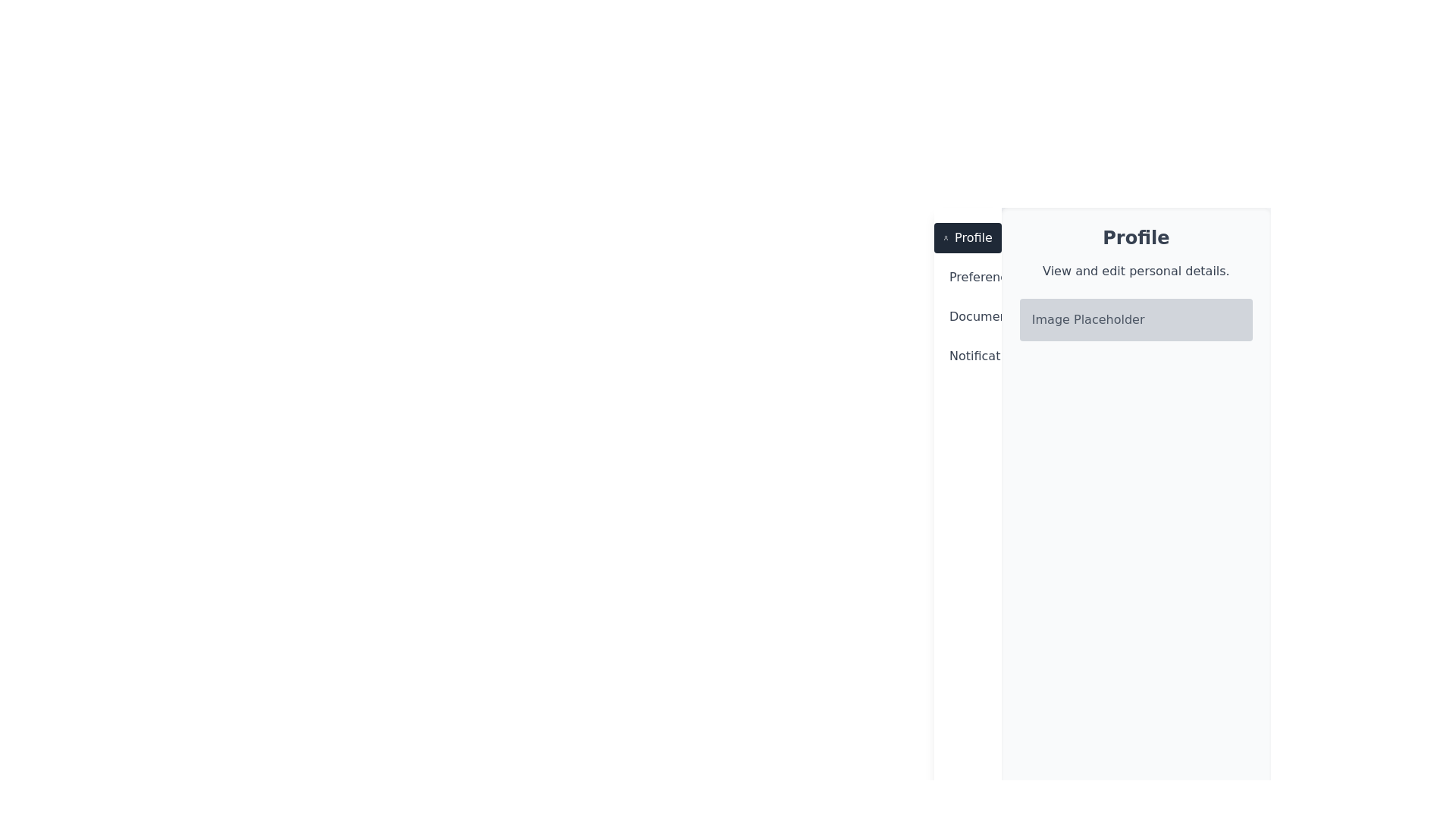  What do you see at coordinates (967, 278) in the screenshot?
I see `the sidebar tab labeled Preferences` at bounding box center [967, 278].